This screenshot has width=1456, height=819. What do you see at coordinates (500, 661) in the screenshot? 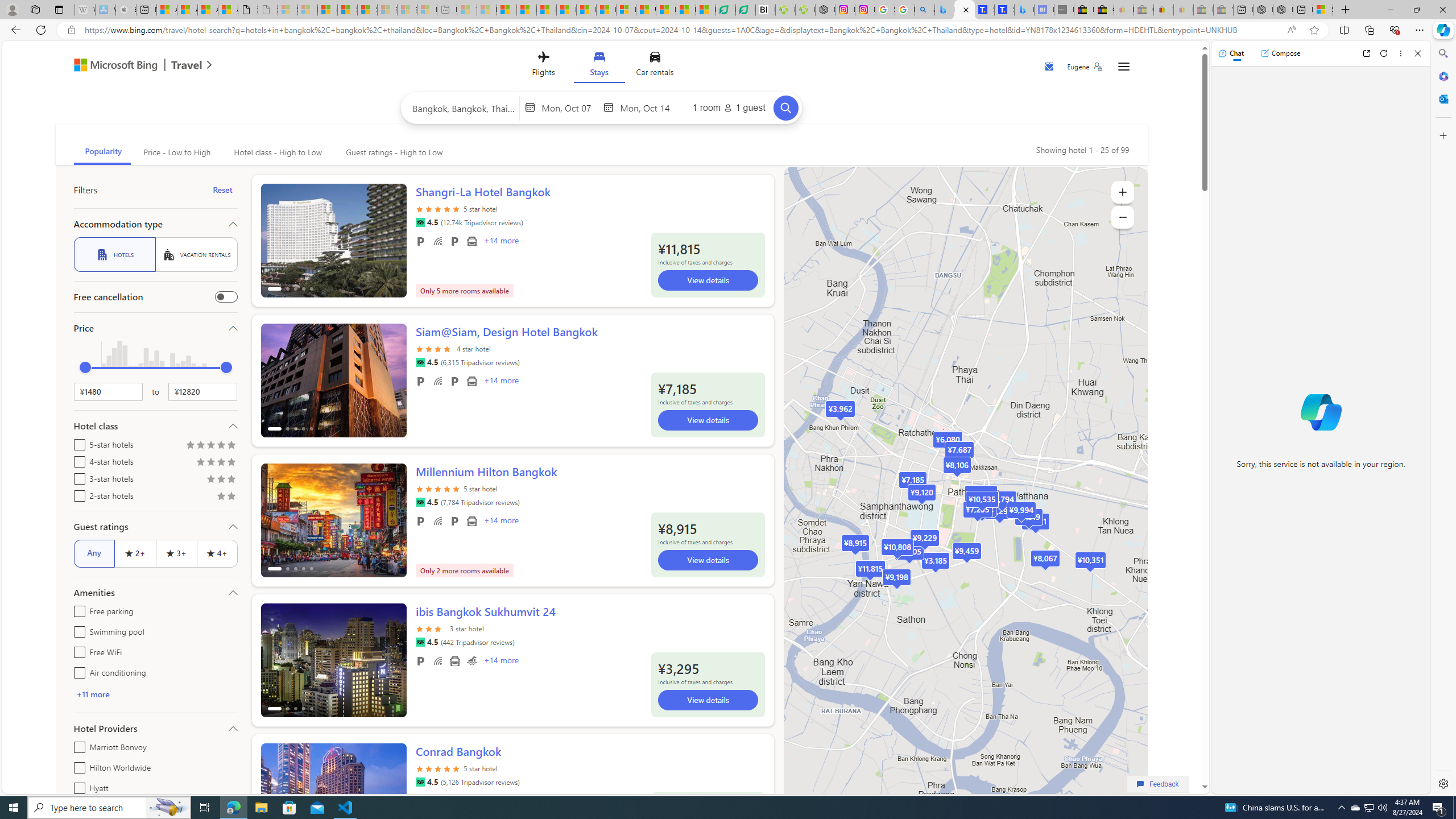
I see `'+14 More Amenities'` at bounding box center [500, 661].